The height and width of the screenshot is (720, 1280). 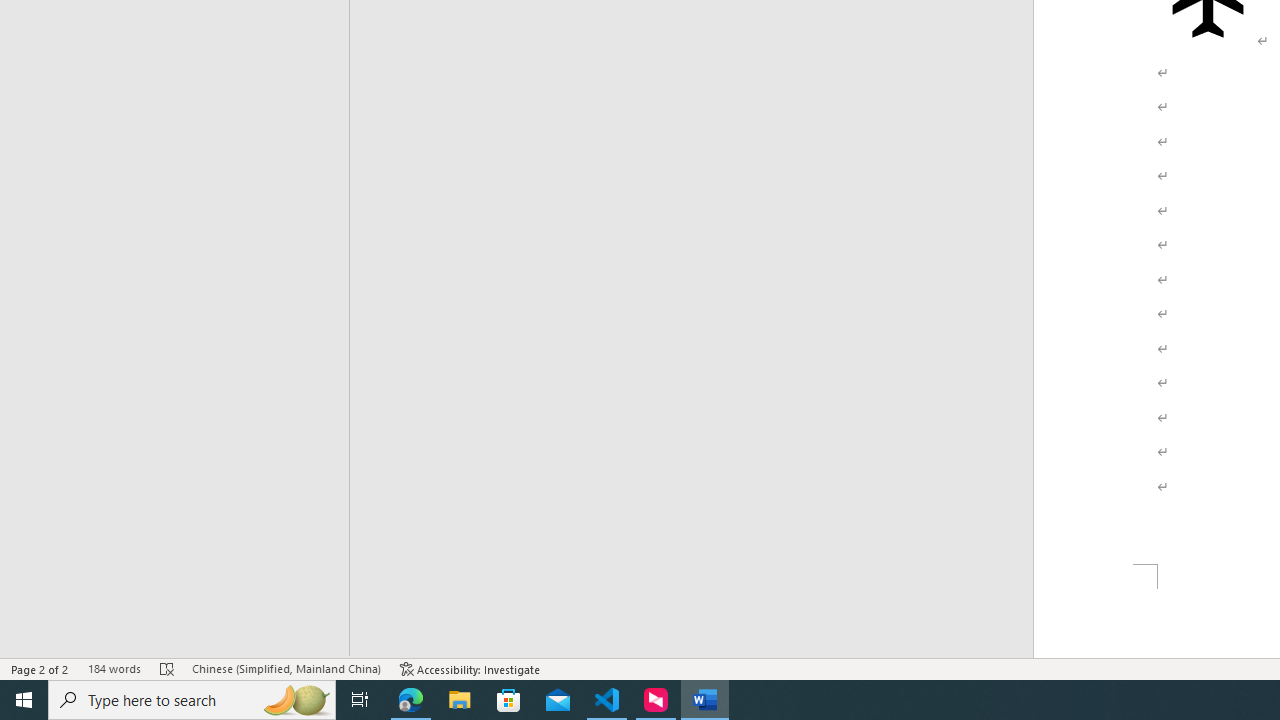 I want to click on 'Page Number Page 2 of 2', so click(x=40, y=669).